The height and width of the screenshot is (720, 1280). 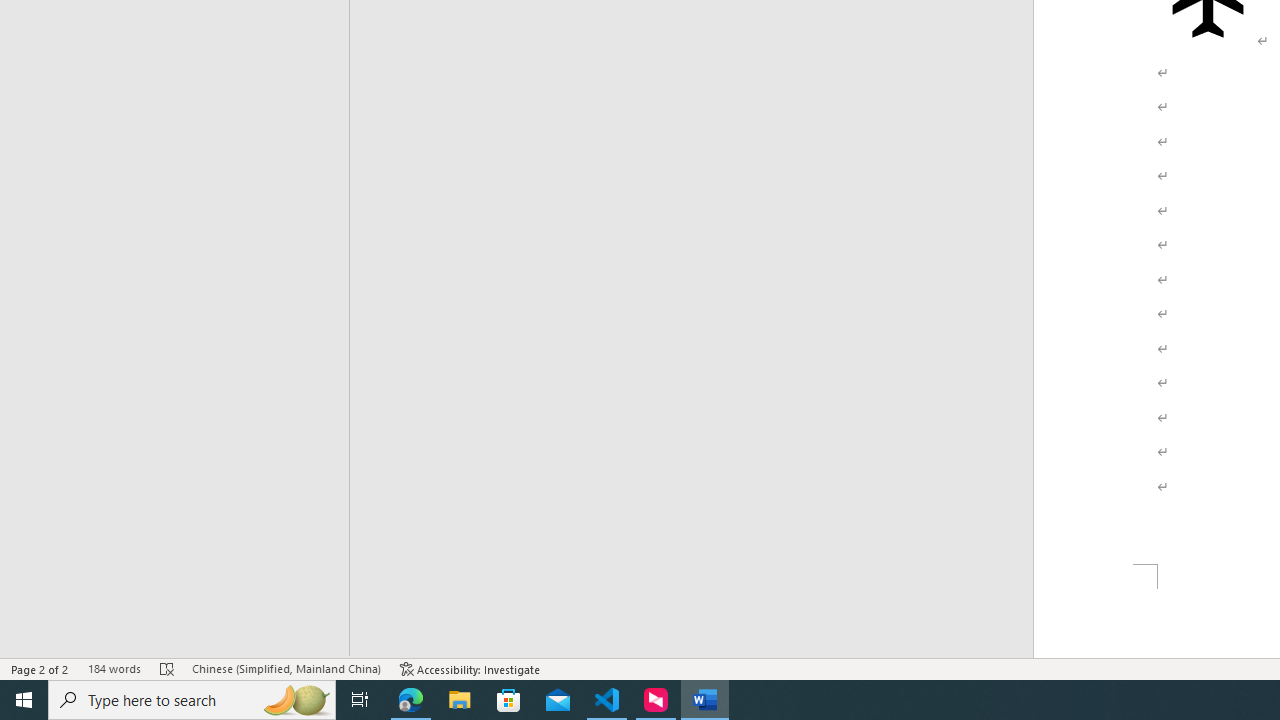 I want to click on 'Page Number Page 2 of 2', so click(x=40, y=669).